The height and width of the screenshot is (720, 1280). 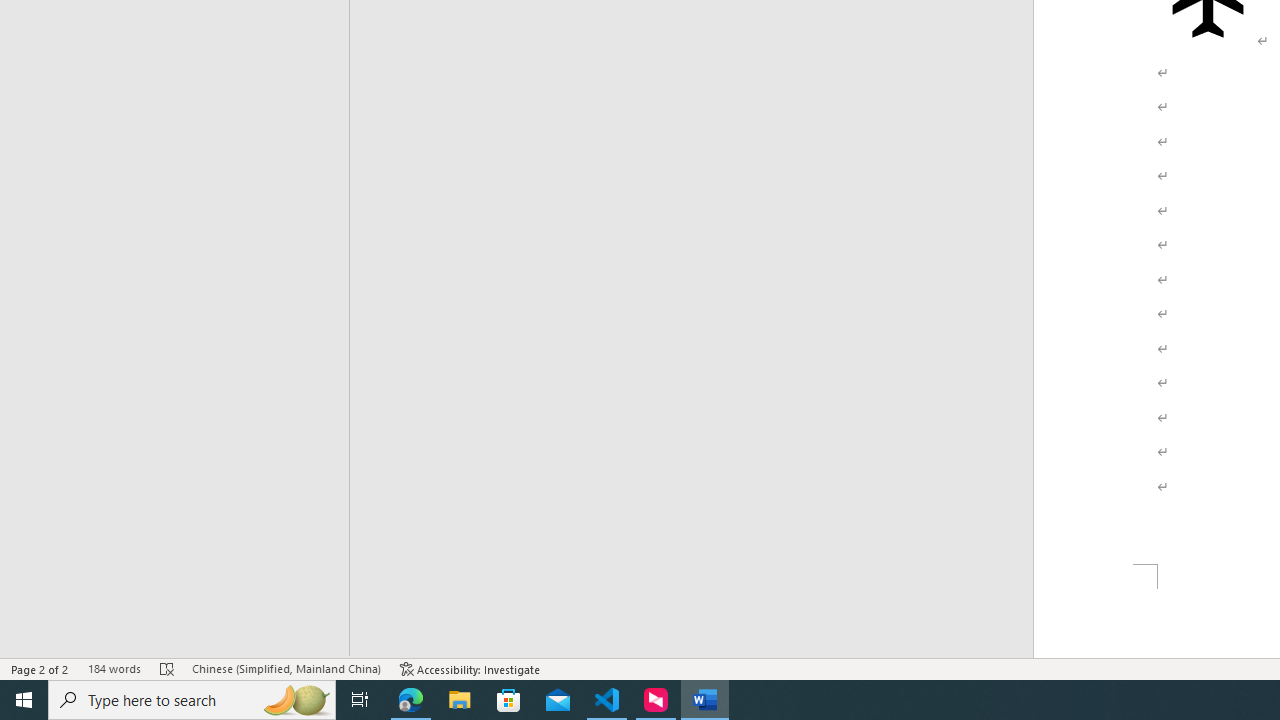 I want to click on 'Page Number Page 2 of 2', so click(x=40, y=669).